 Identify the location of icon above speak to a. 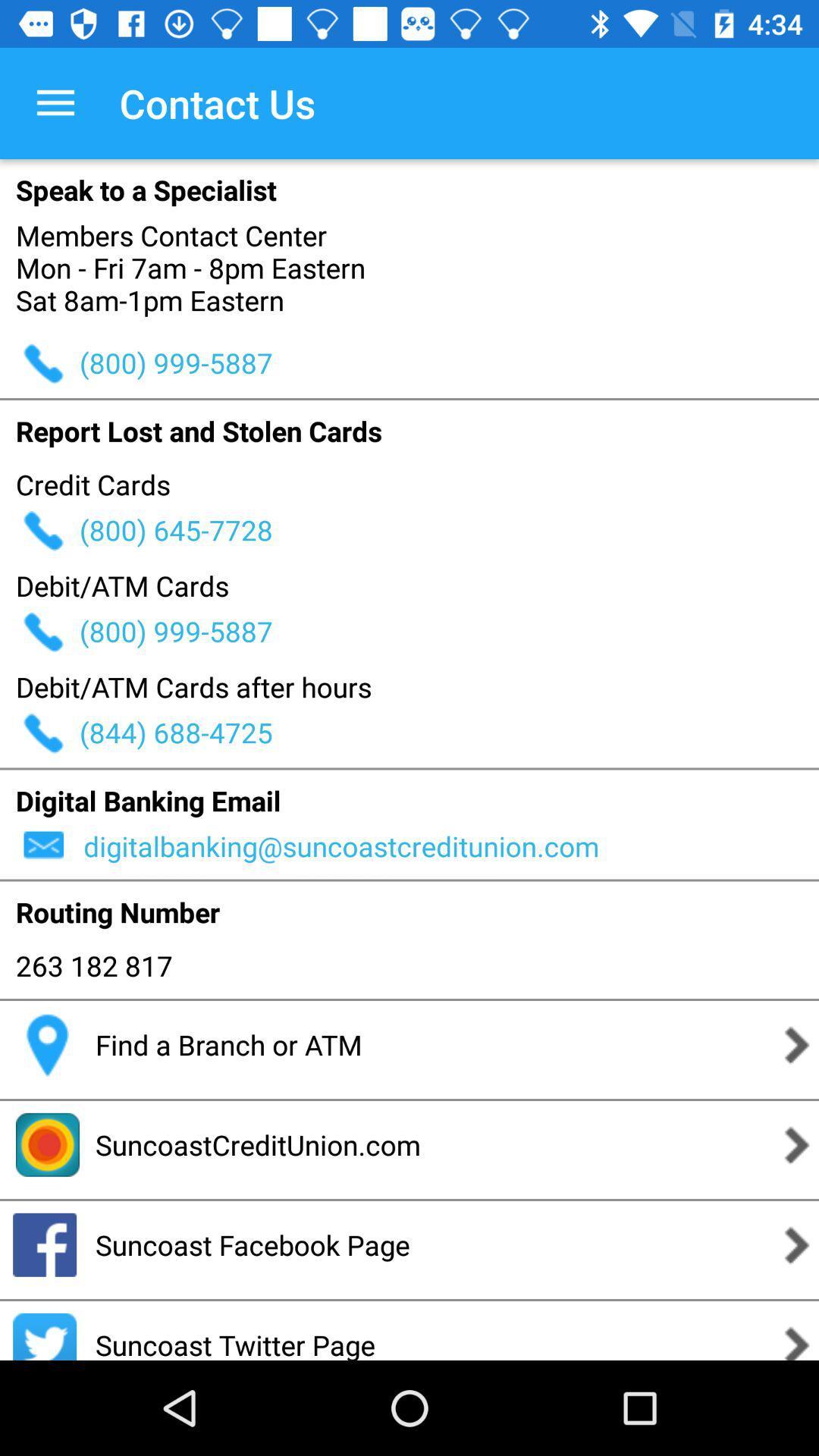
(55, 102).